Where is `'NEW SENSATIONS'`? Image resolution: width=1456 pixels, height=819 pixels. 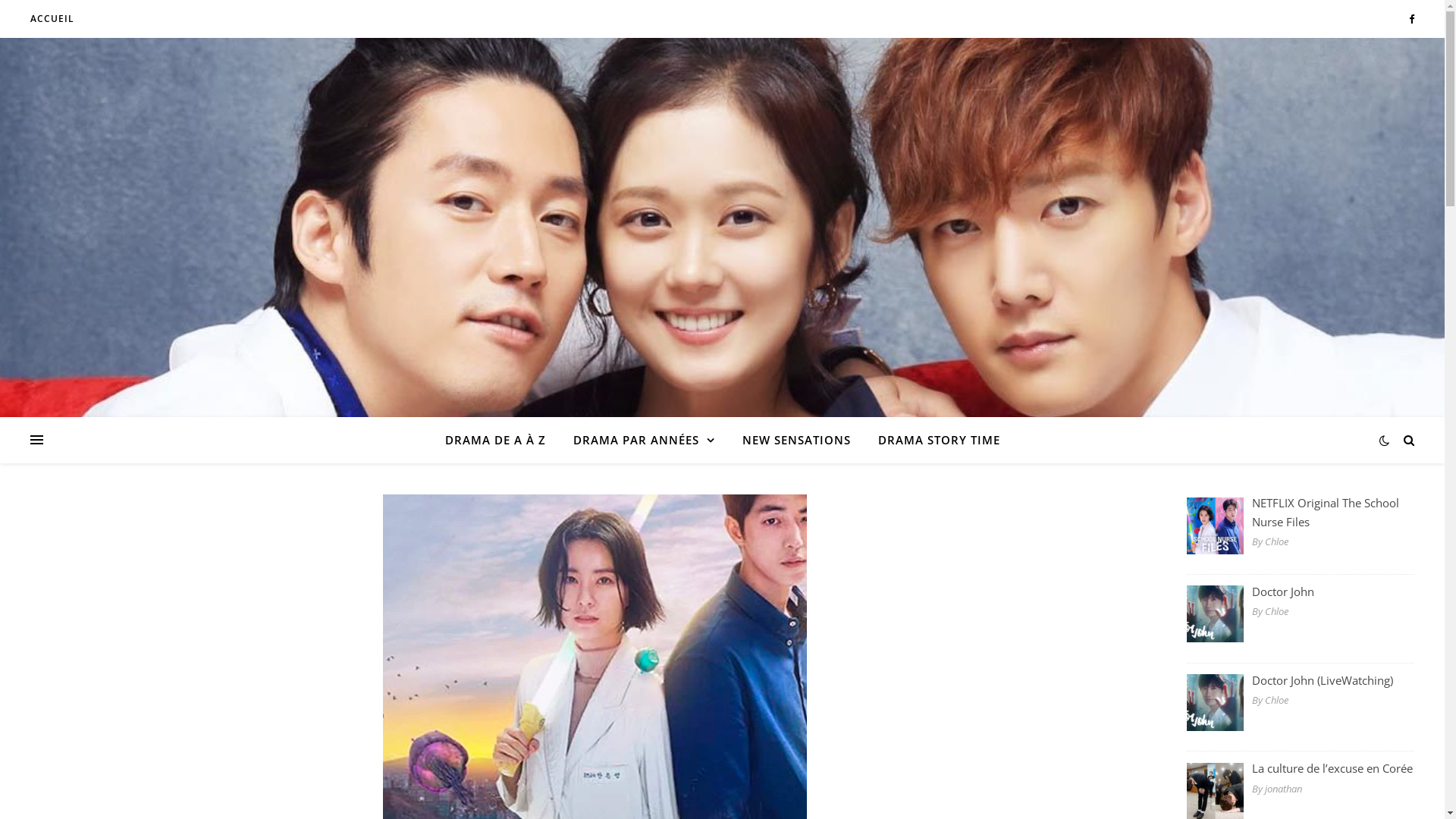
'NEW SENSATIONS' is located at coordinates (795, 439).